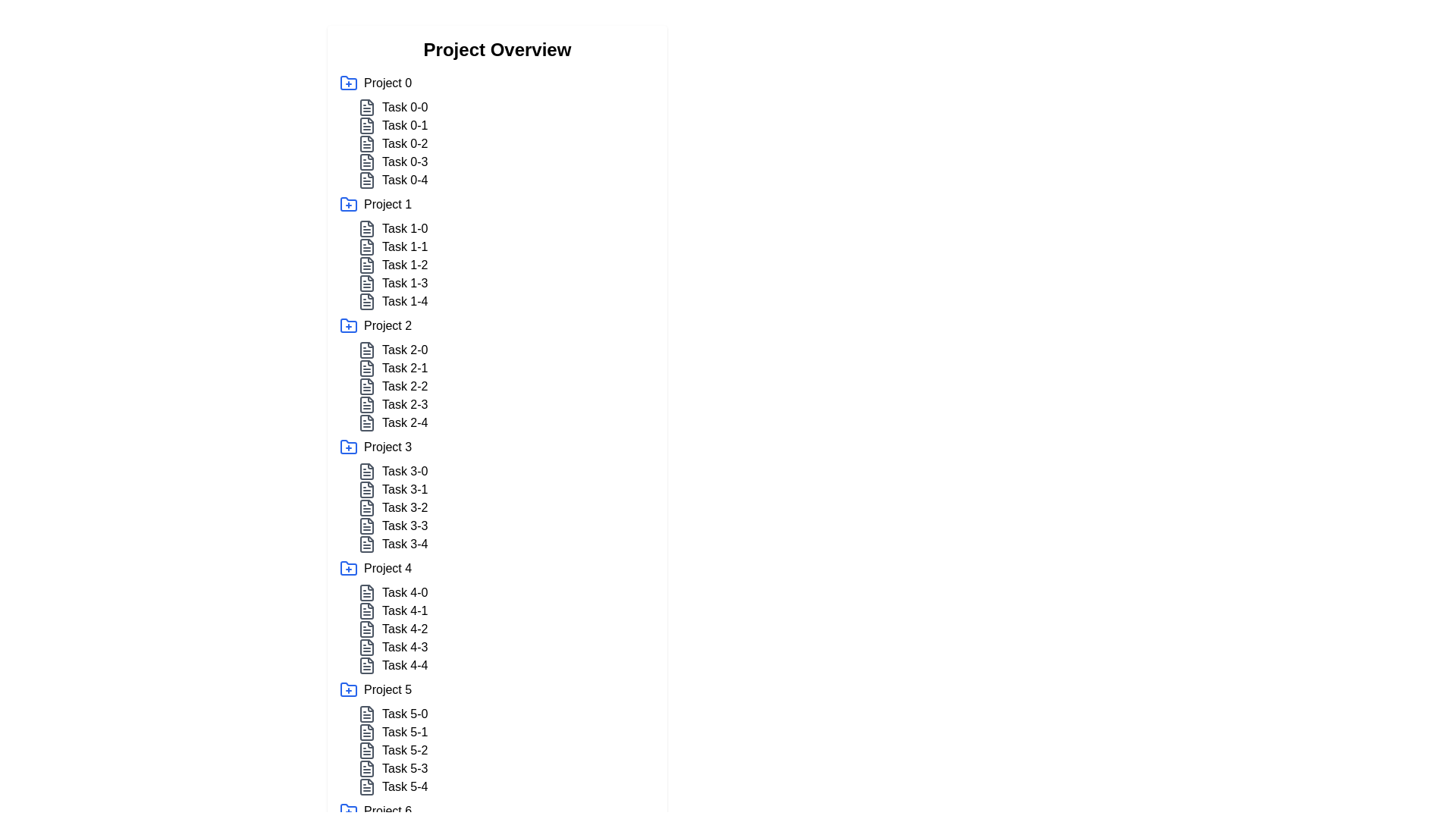 This screenshot has width=1456, height=819. Describe the element at coordinates (367, 423) in the screenshot. I see `the file icon resembling a document, styled to match the layout and positioned near the label 'Task 2-3' in the third project group` at that location.